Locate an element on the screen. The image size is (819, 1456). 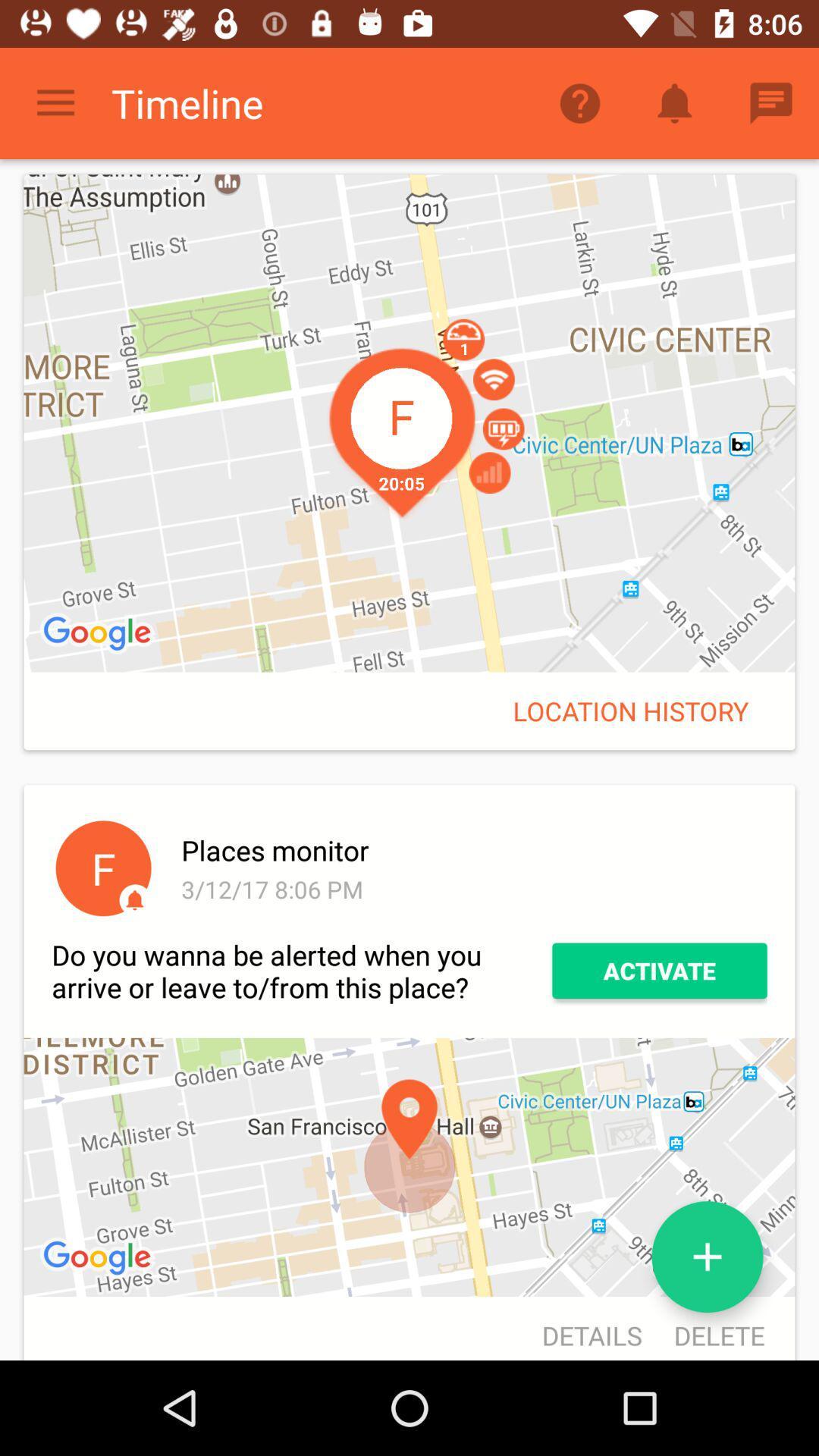
icon below the f is located at coordinates (302, 971).